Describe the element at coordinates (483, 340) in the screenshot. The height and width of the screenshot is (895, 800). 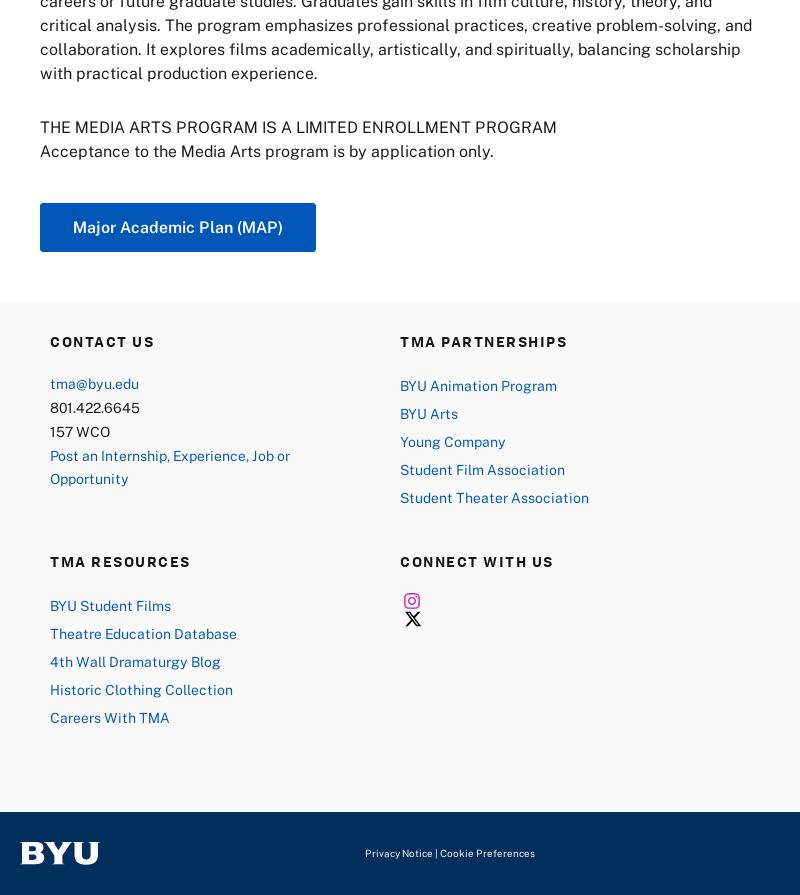
I see `'TMA Partnerships'` at that location.